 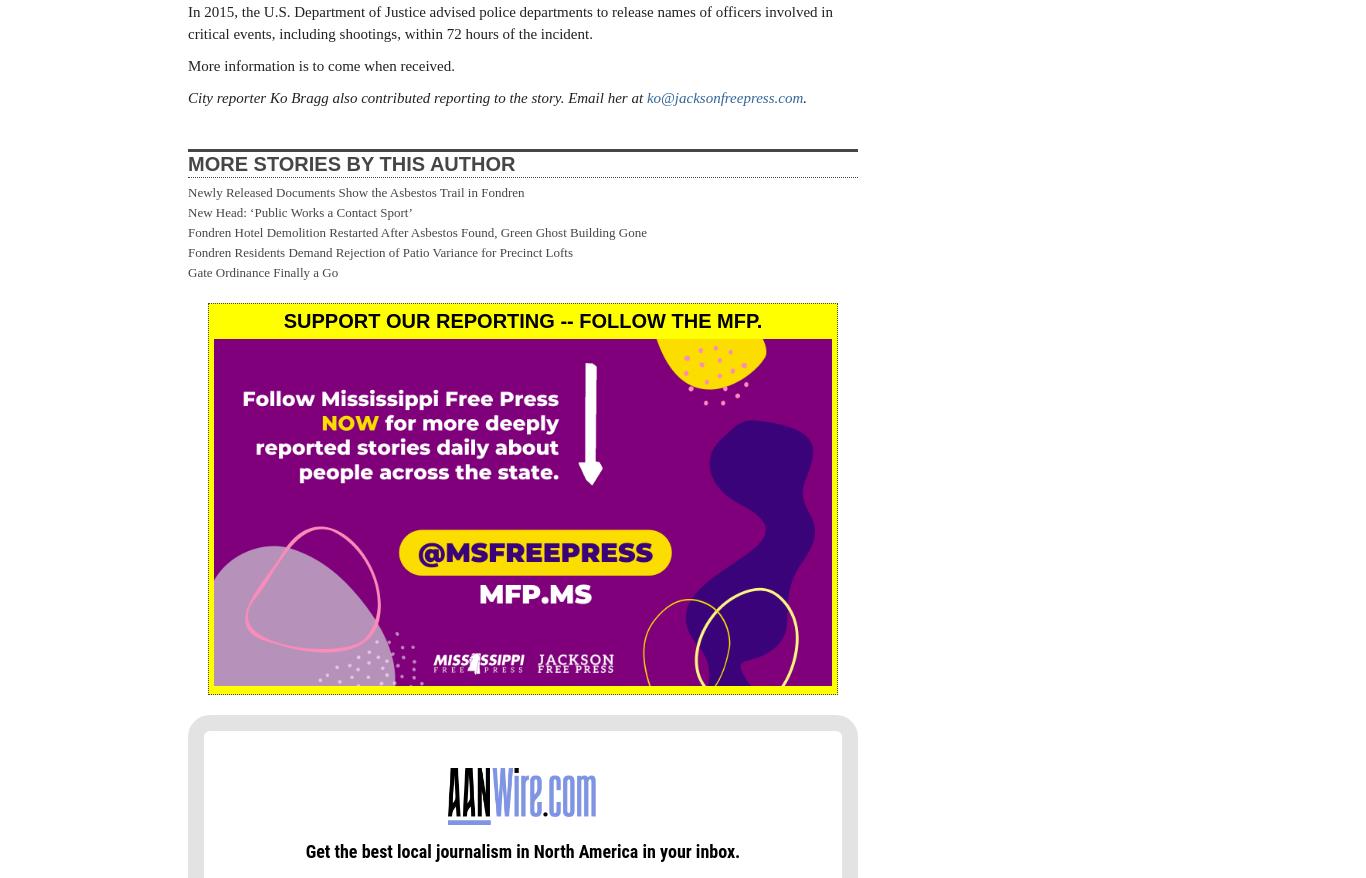 I want to click on 'Fondren Hotel Demolition Restarted After Asbestos Found, Green Ghost Building Gone', so click(x=416, y=231).